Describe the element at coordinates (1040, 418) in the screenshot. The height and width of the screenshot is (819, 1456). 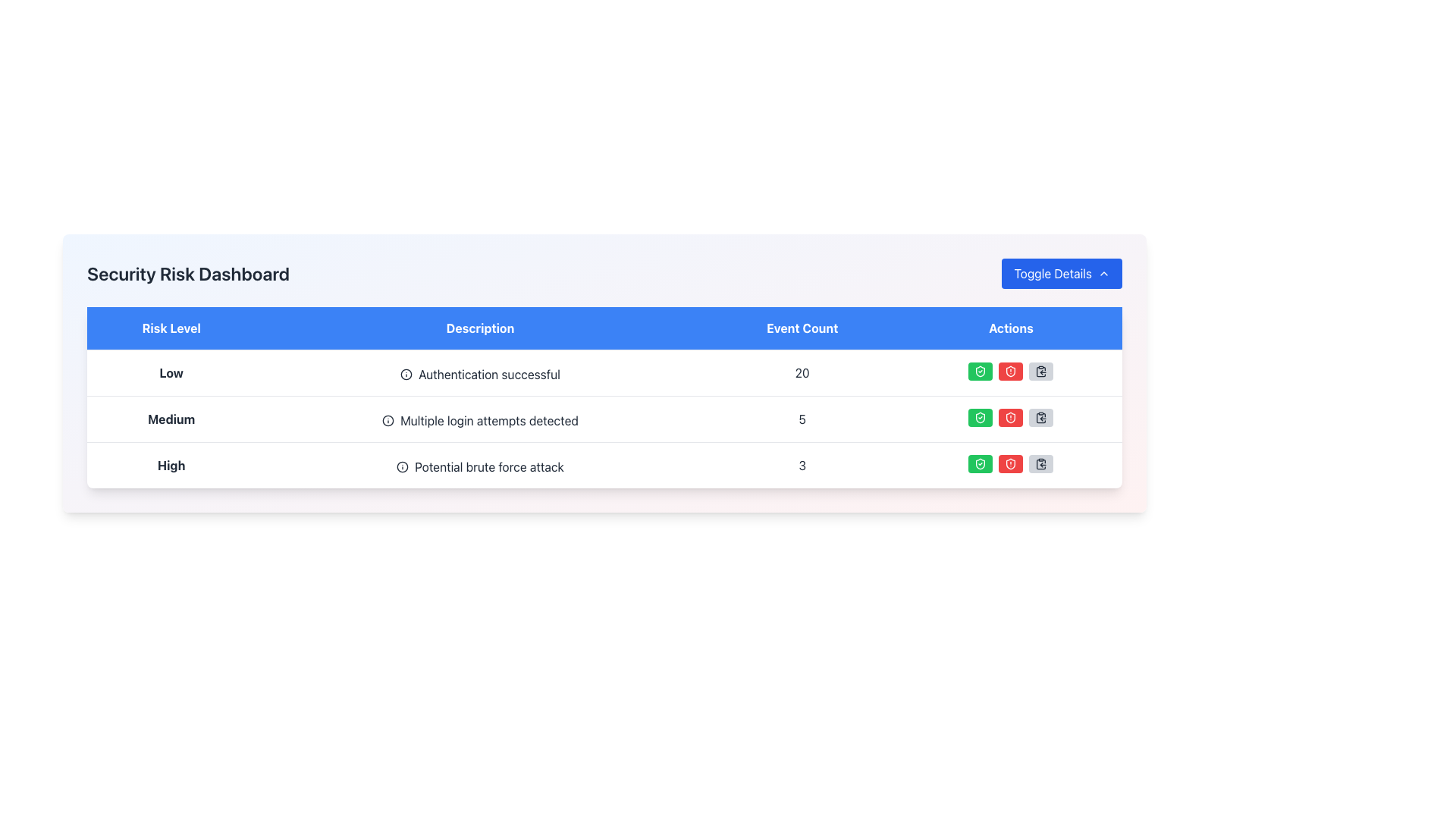
I see `the clipboard icon in the 'Actions' column of the 'Low' risk level row` at that location.